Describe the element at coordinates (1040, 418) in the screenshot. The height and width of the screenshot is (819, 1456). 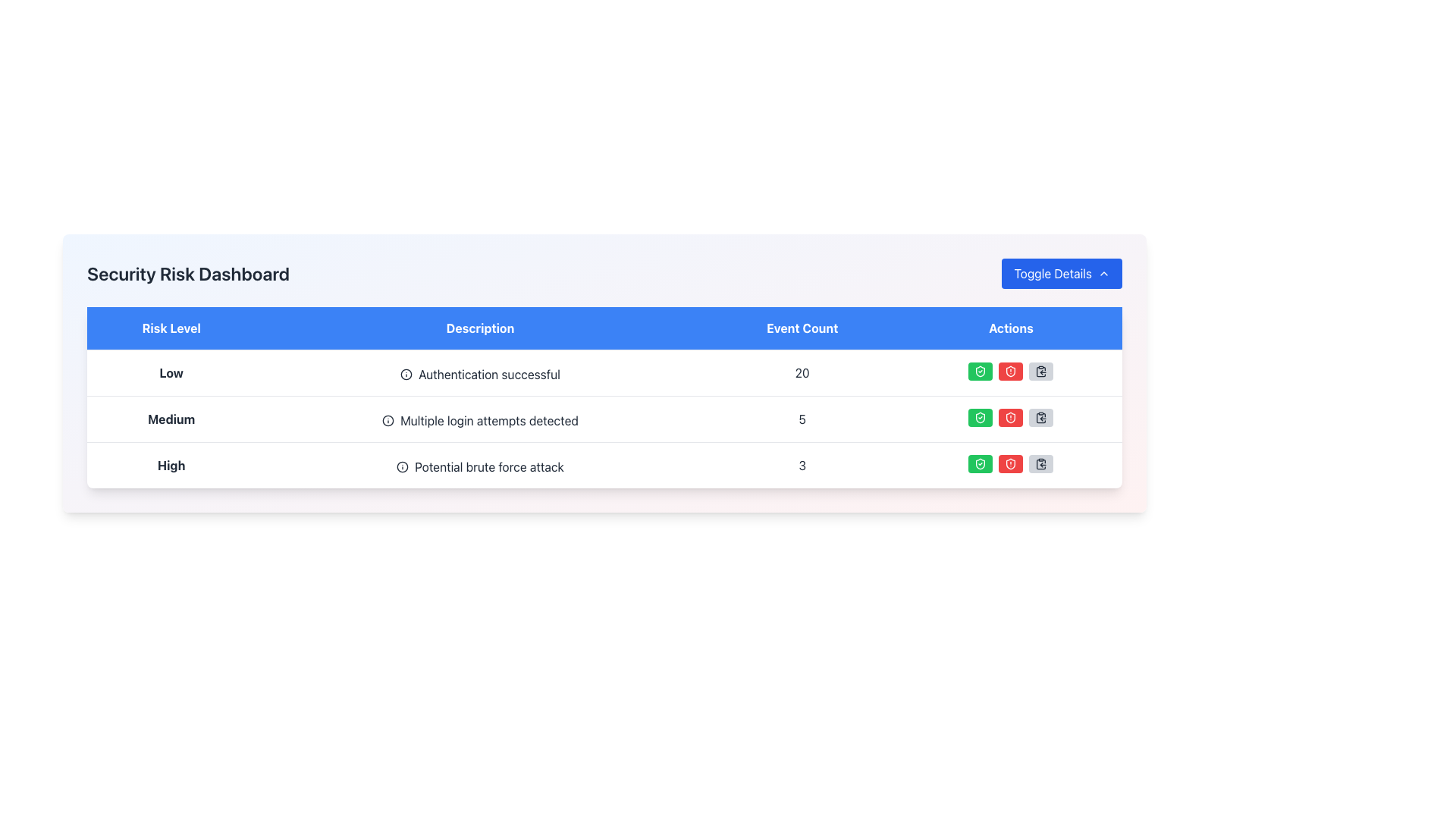
I see `the clipboard icon in the 'Actions' column of the 'Low' risk level row` at that location.